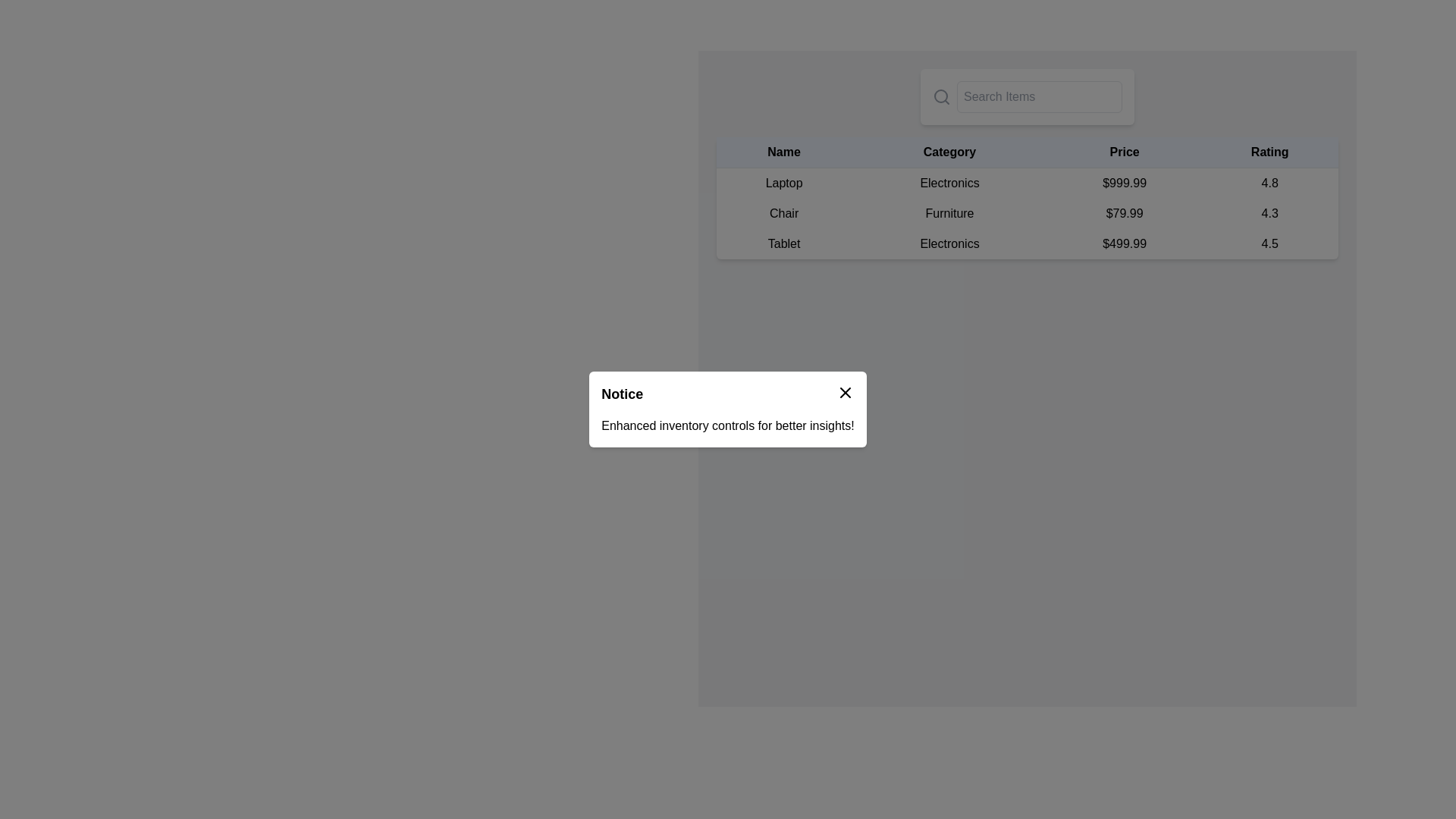  I want to click on the Notification modal, so click(728, 409).